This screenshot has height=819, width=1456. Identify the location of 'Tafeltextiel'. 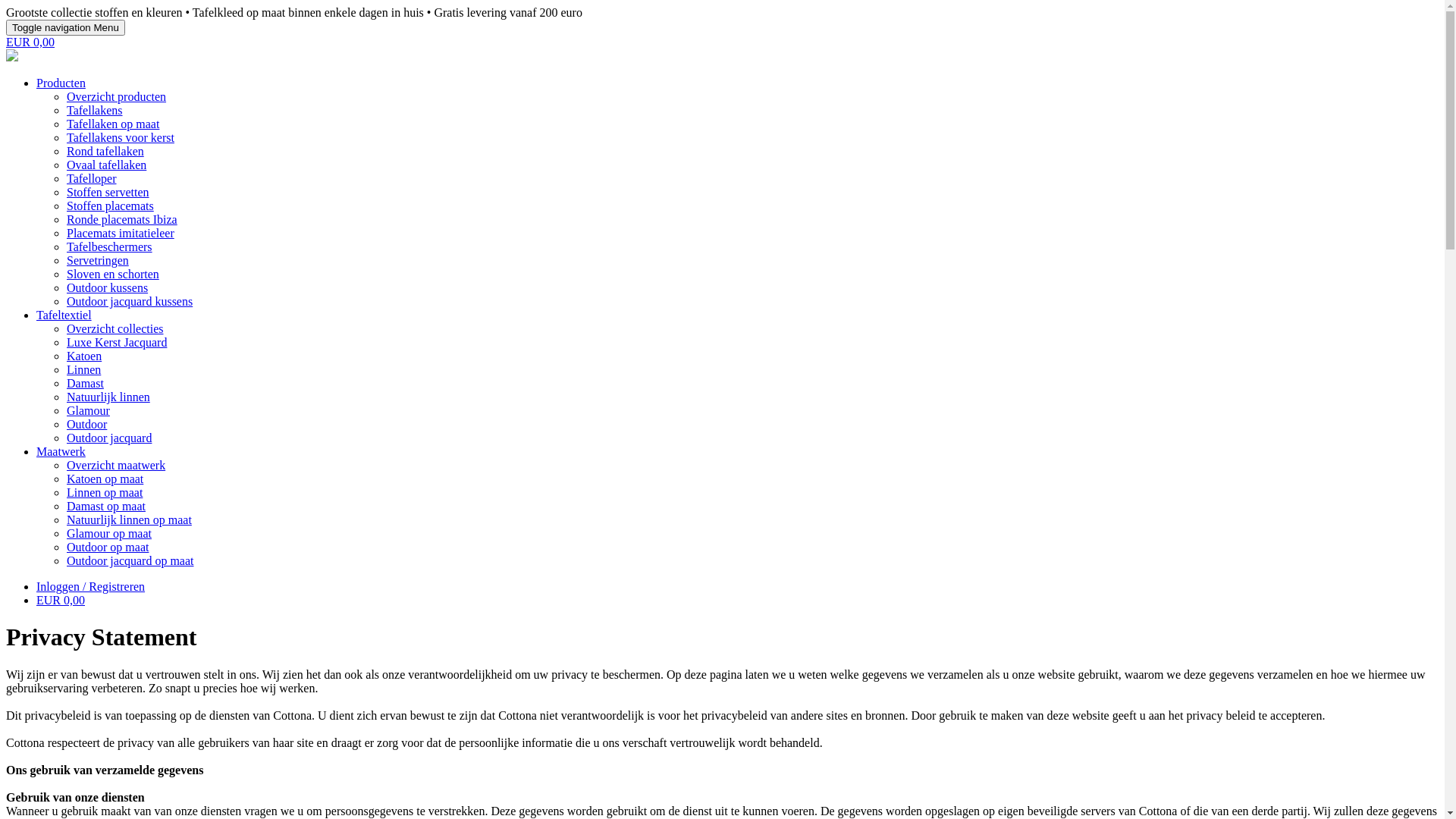
(63, 314).